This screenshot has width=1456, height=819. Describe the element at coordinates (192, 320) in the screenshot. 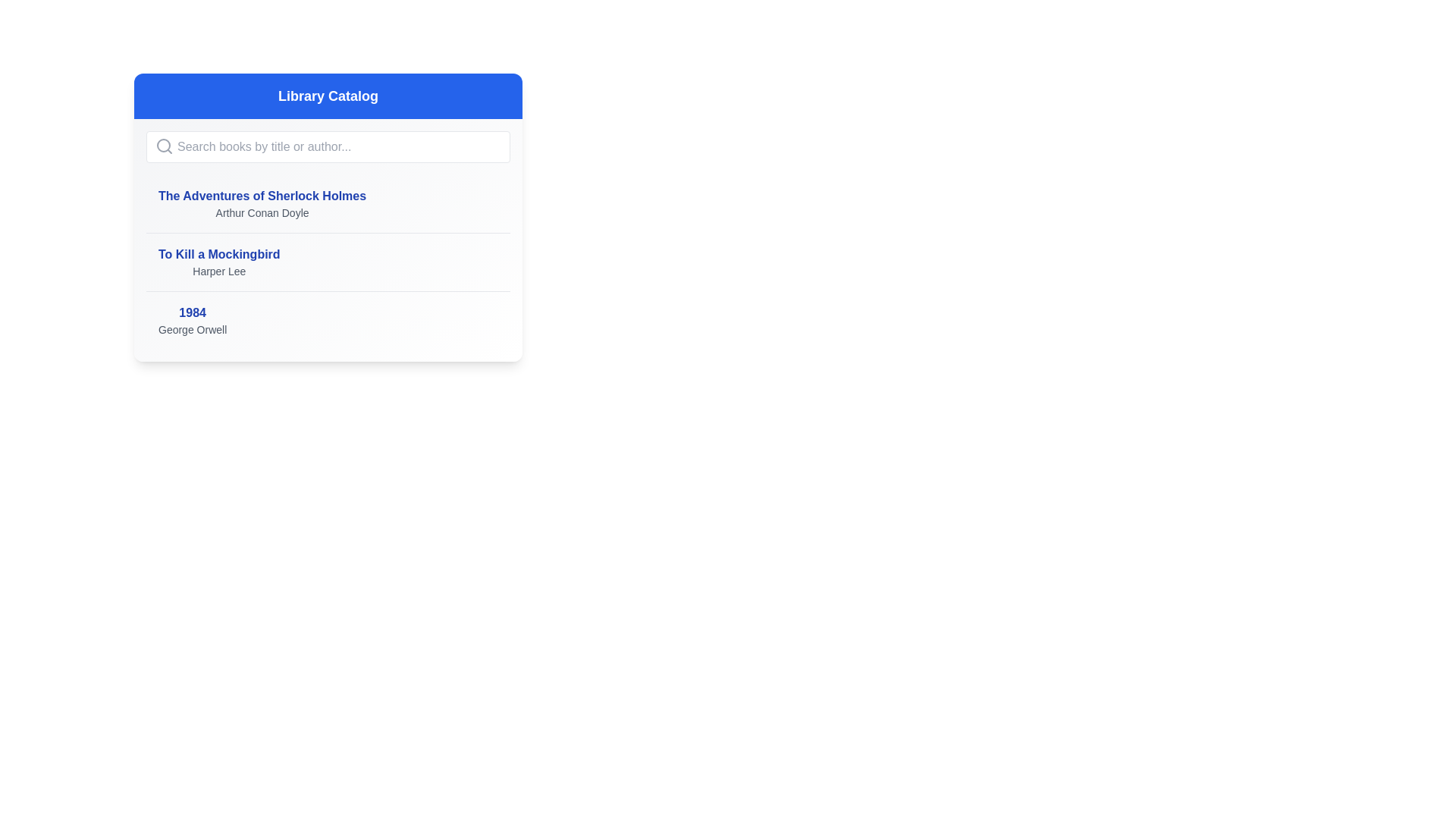

I see `the text block displaying the title '1984' in bold blue font and the author's name 'George Orwell' in smaller gray font, which is the third entry in the interactive list` at that location.